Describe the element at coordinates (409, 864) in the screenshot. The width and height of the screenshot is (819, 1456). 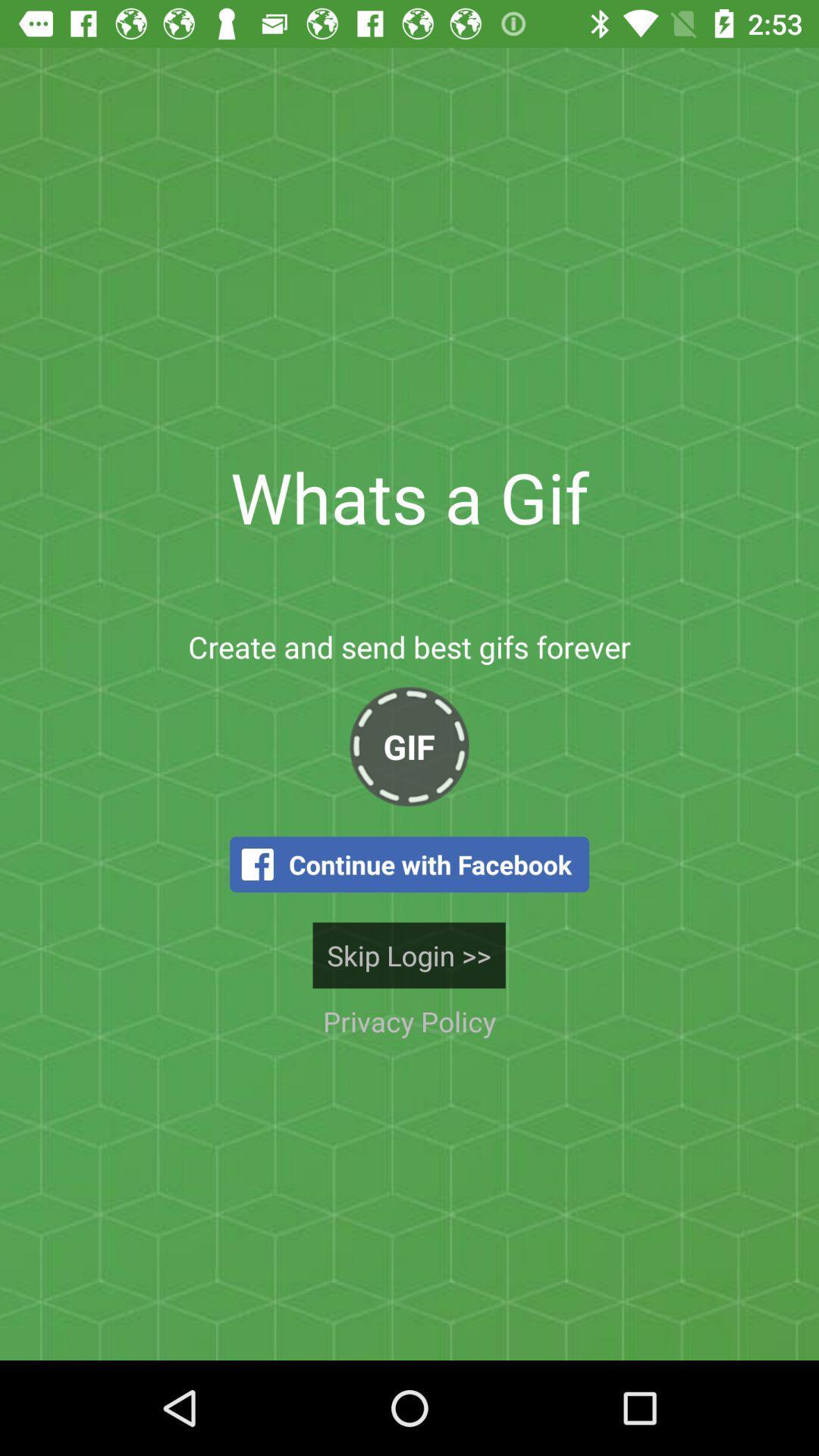
I see `item above the skip login >>` at that location.